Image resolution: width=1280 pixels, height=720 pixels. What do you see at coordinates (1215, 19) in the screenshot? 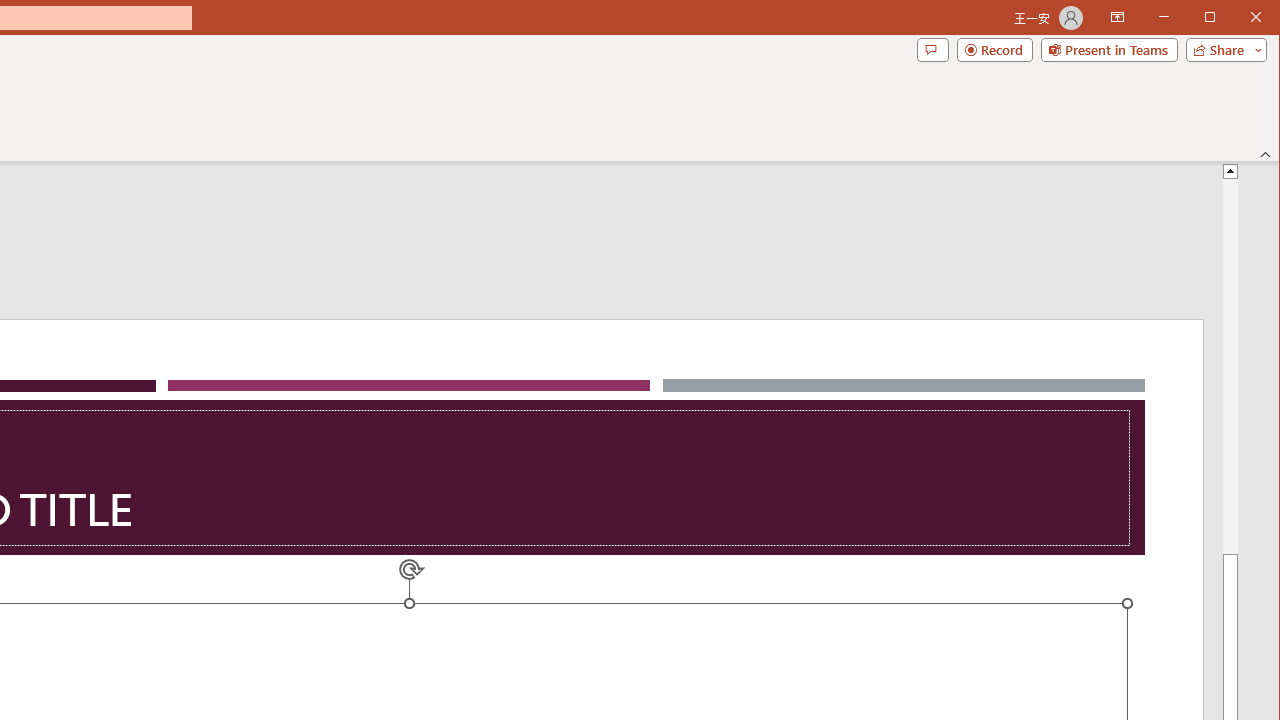
I see `'Minimize'` at bounding box center [1215, 19].